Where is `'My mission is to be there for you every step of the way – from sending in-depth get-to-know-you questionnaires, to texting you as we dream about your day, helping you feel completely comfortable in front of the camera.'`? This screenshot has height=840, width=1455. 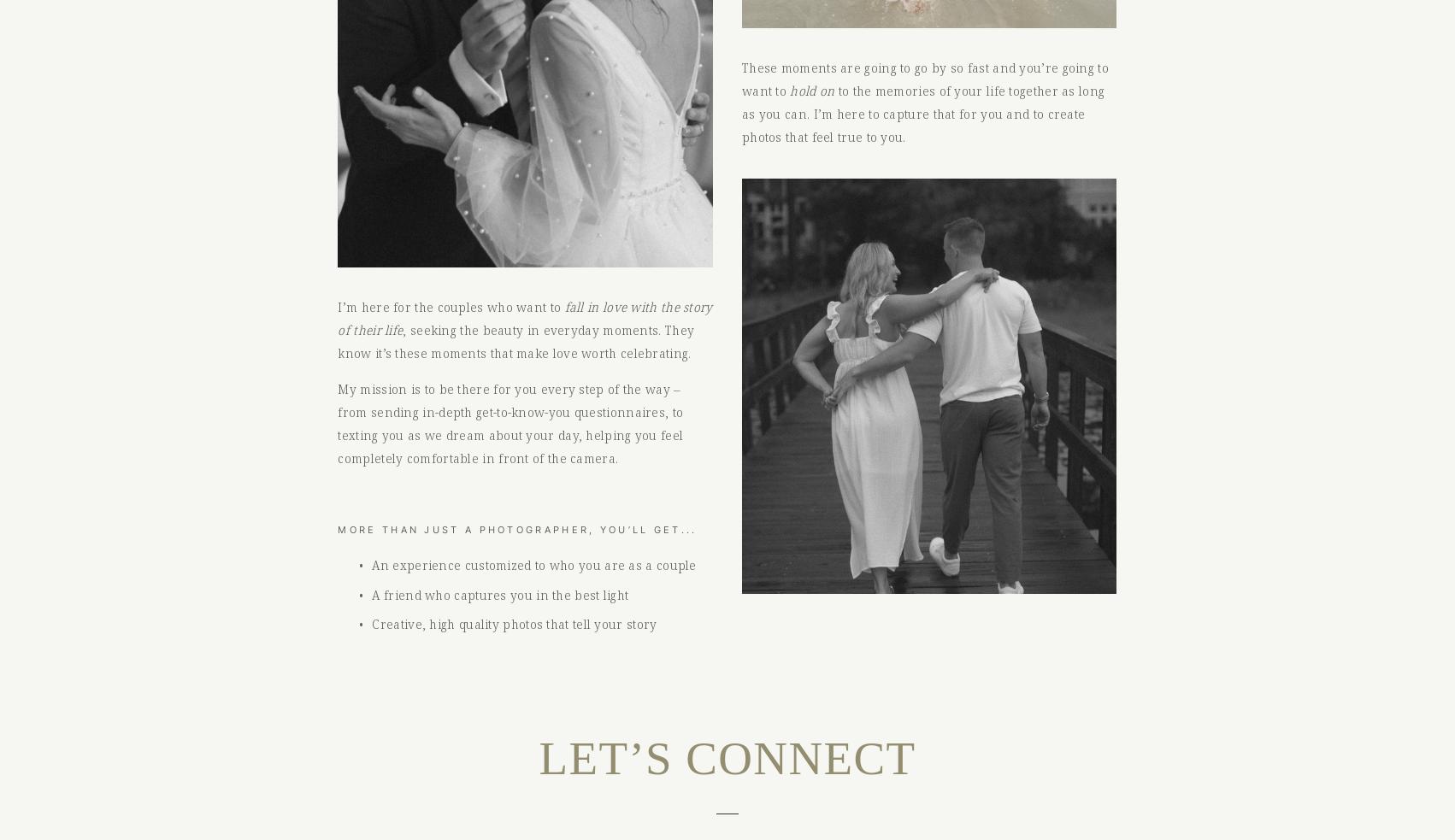
'My mission is to be there for you every step of the way – from sending in-depth get-to-know-you questionnaires, to texting you as we dream about your day, helping you feel completely comfortable in front of the camera.' is located at coordinates (338, 424).